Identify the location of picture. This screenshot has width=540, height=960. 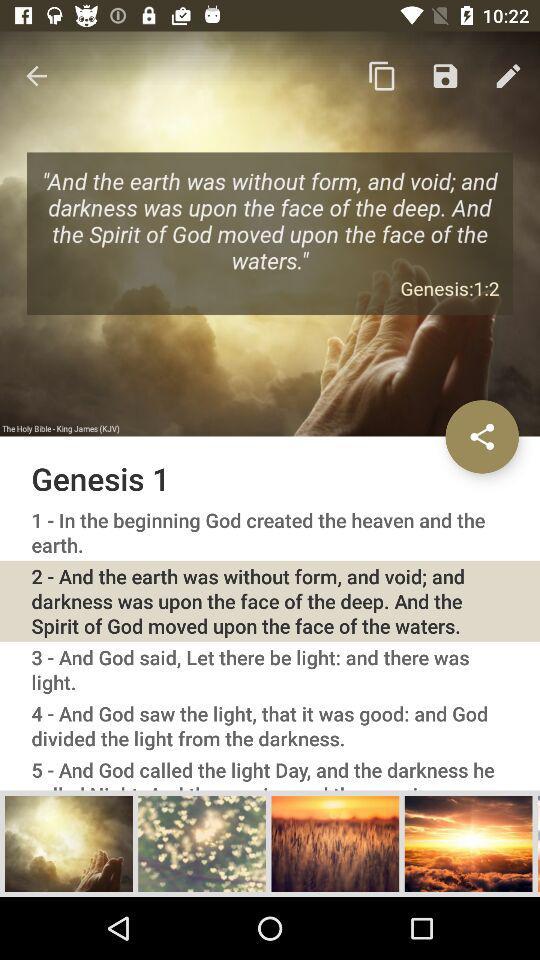
(202, 842).